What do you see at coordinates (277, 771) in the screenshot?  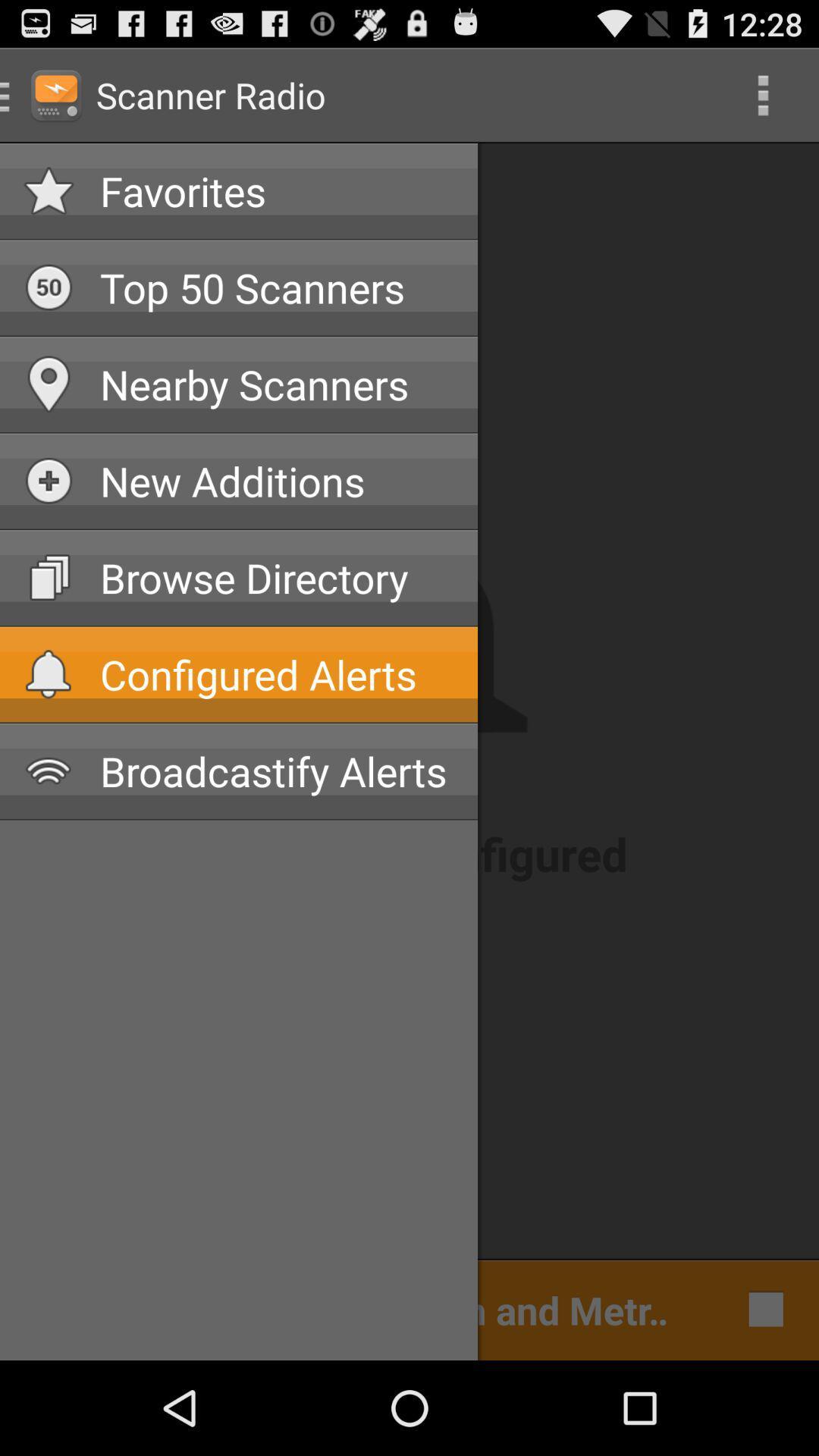 I see `the app above the no alerts configured` at bounding box center [277, 771].